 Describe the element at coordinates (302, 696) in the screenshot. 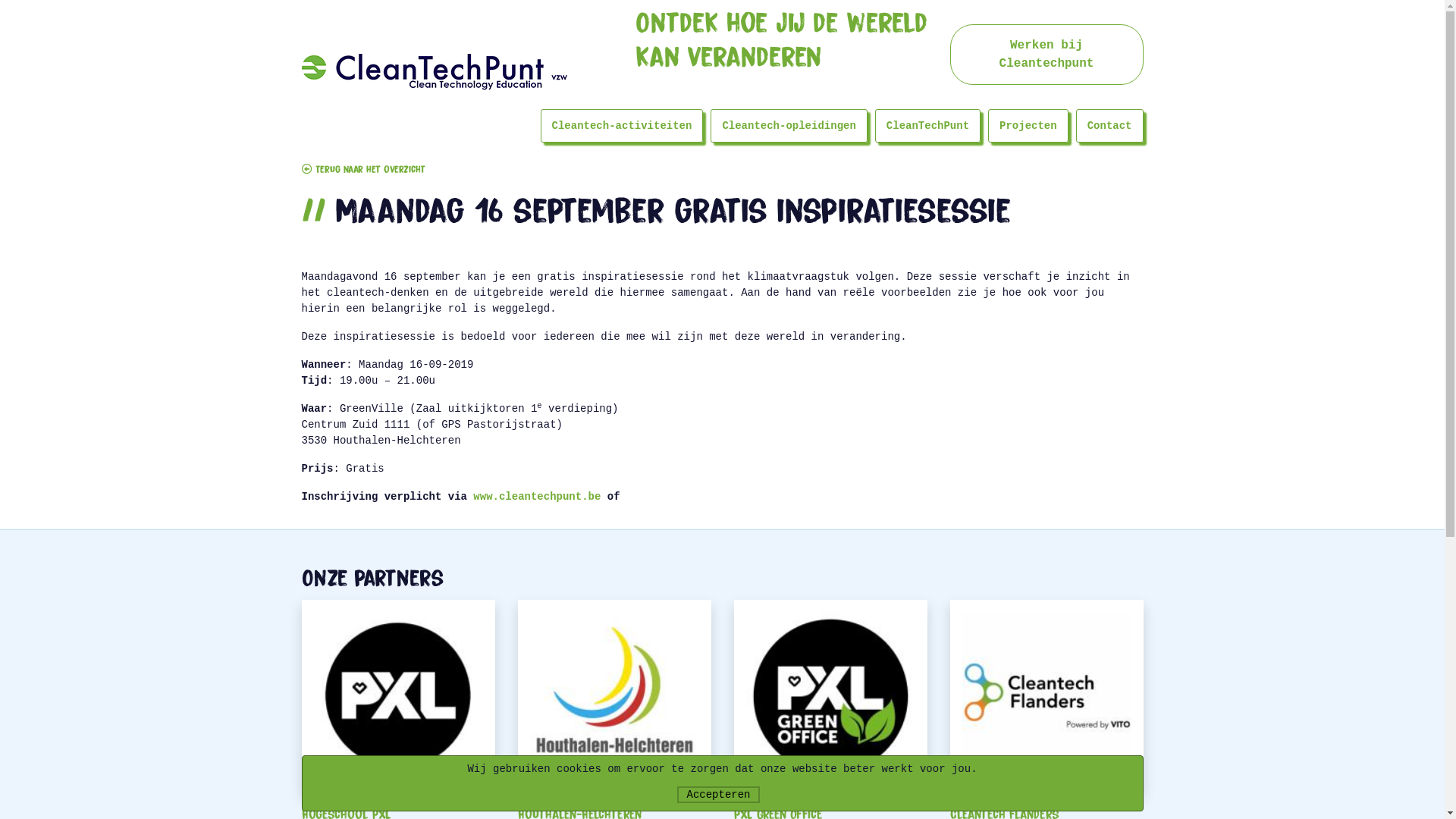

I see `'PXL.jpg'` at that location.